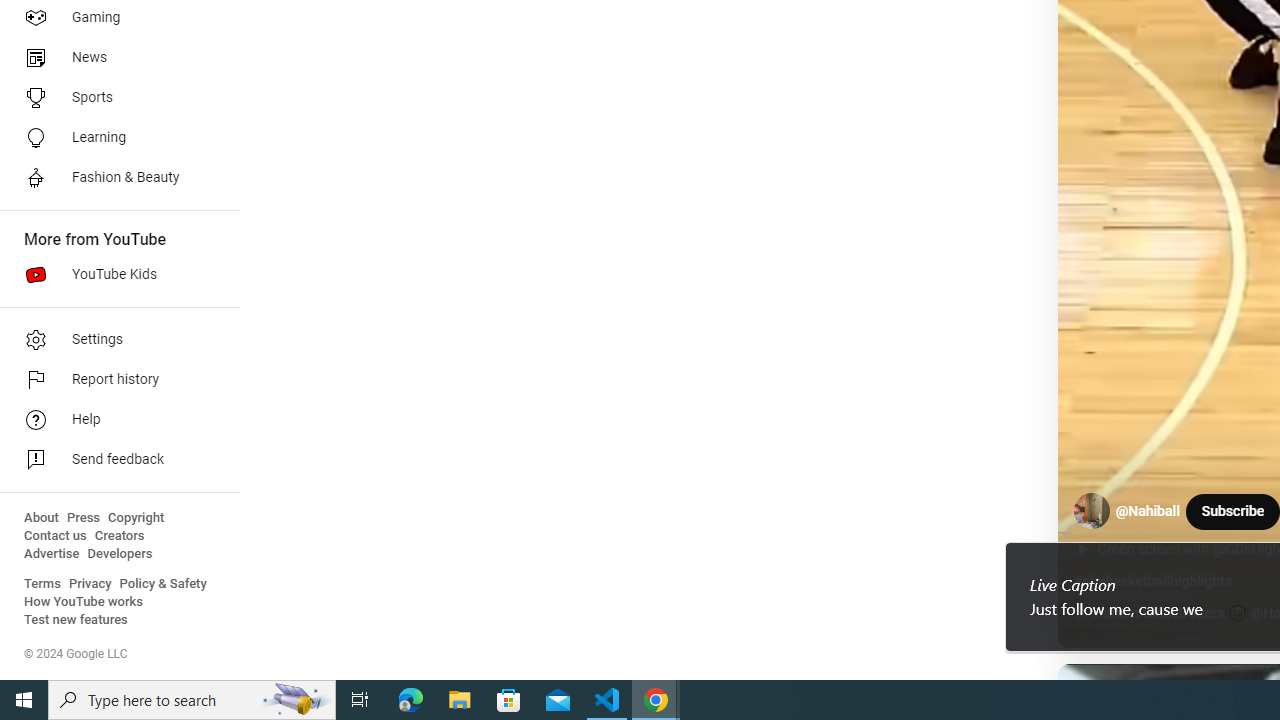  Describe the element at coordinates (118, 535) in the screenshot. I see `'Creators'` at that location.